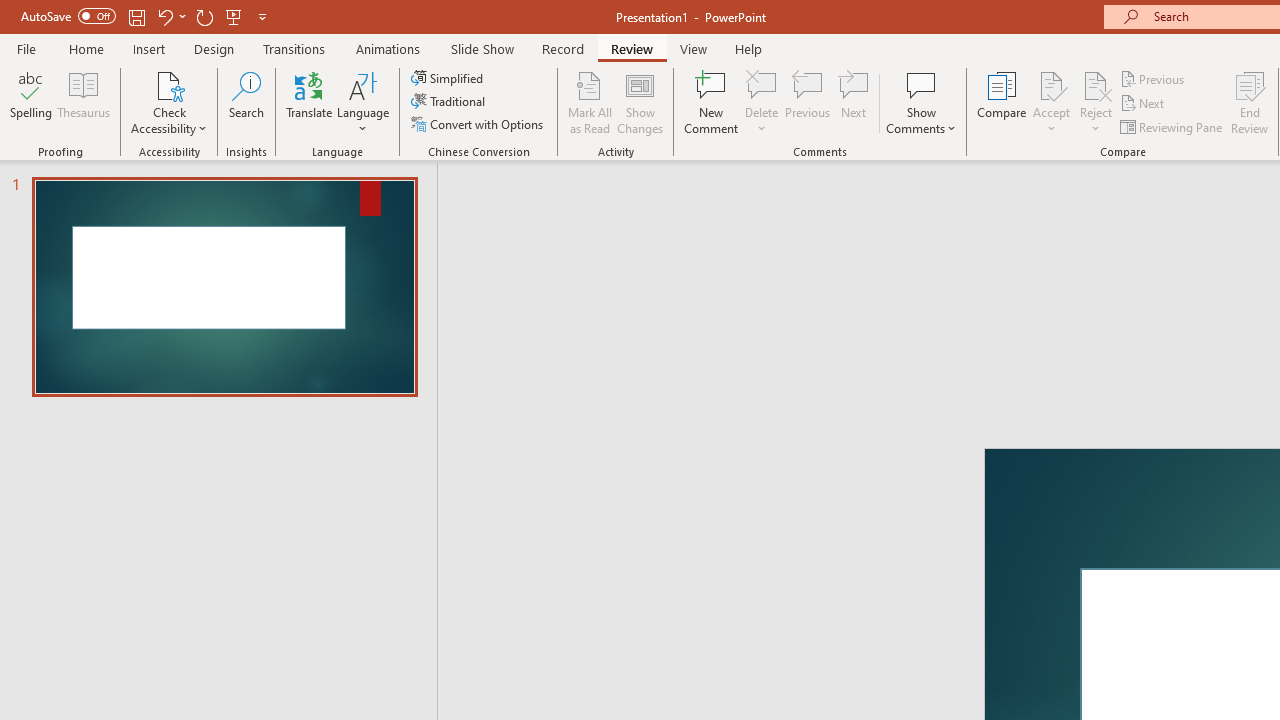 The height and width of the screenshot is (720, 1280). Describe the element at coordinates (1144, 103) in the screenshot. I see `'Next'` at that location.